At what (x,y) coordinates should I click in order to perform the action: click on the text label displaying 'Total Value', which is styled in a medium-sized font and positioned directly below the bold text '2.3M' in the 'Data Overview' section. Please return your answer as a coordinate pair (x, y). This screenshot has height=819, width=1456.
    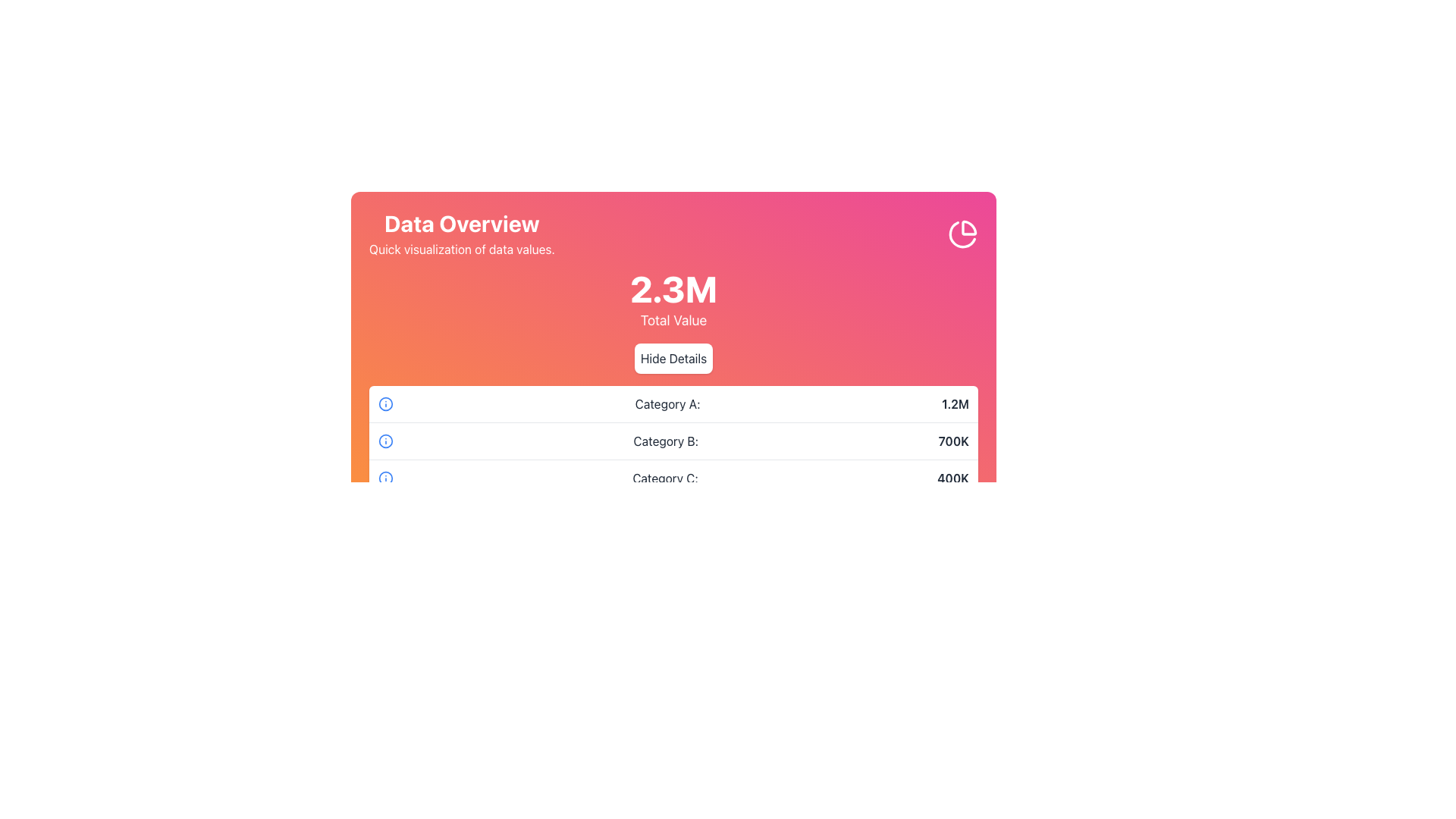
    Looking at the image, I should click on (673, 320).